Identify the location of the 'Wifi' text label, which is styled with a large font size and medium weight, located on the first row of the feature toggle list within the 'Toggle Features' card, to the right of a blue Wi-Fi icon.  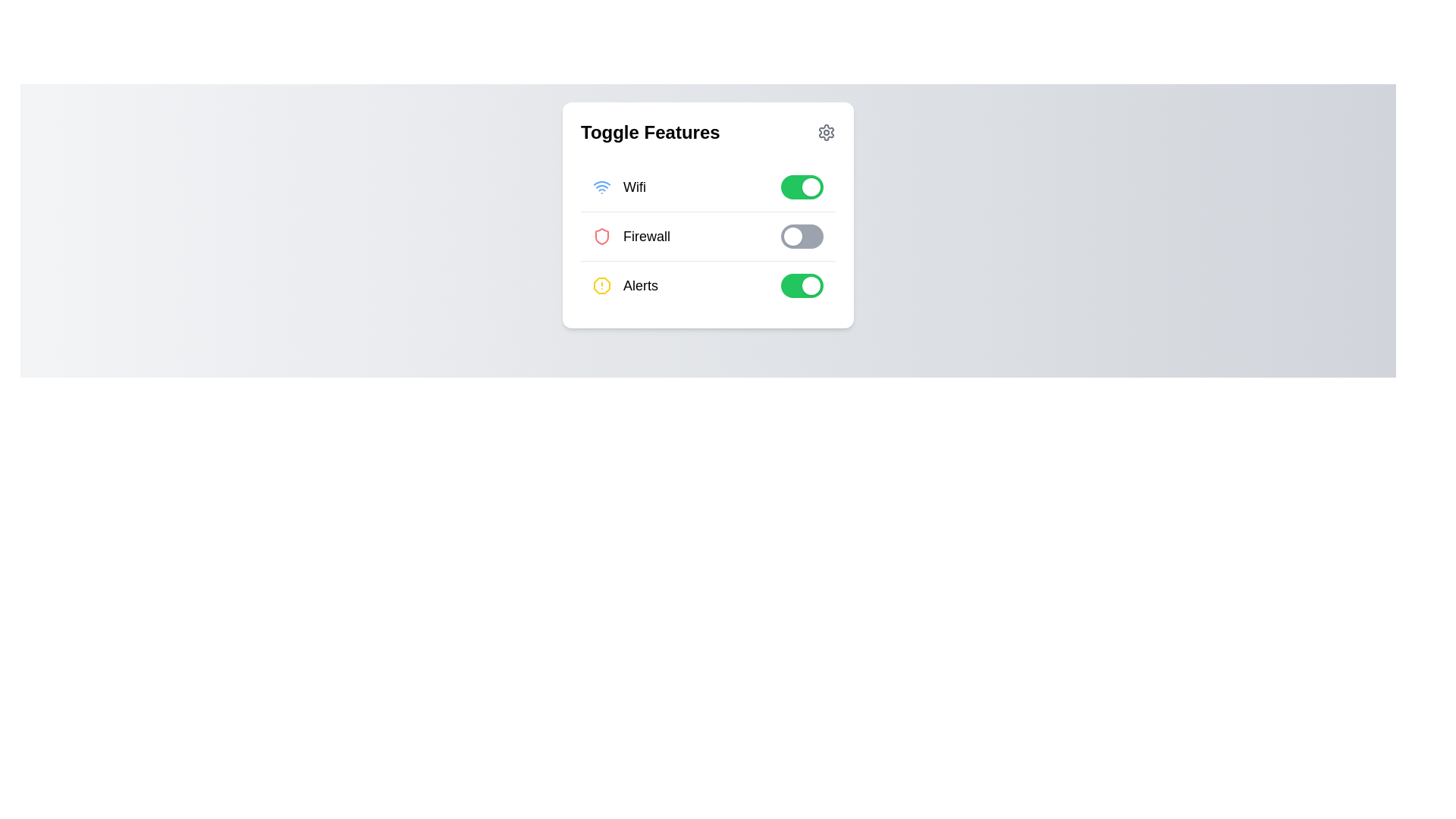
(634, 186).